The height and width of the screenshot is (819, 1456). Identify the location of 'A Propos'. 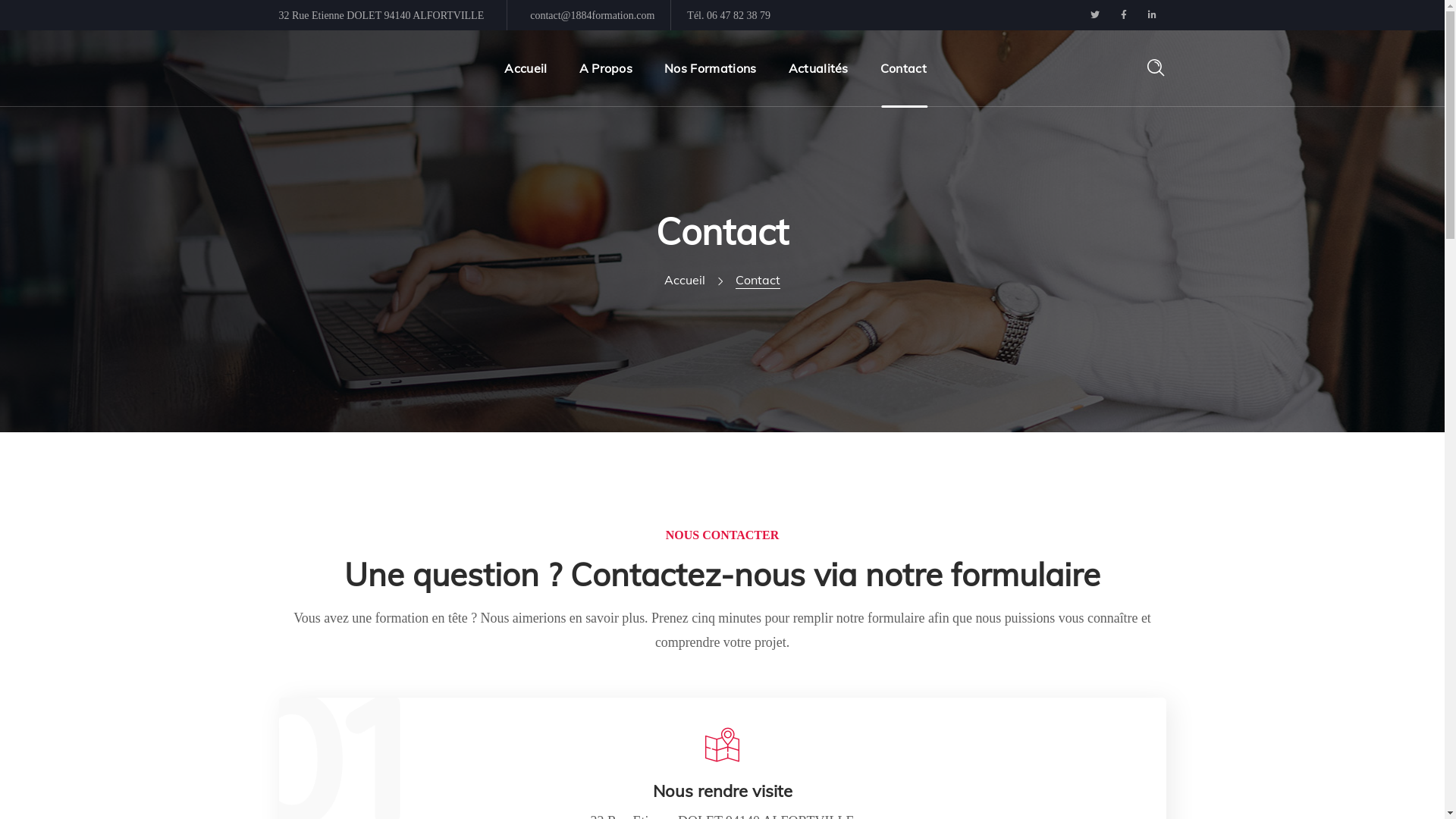
(605, 67).